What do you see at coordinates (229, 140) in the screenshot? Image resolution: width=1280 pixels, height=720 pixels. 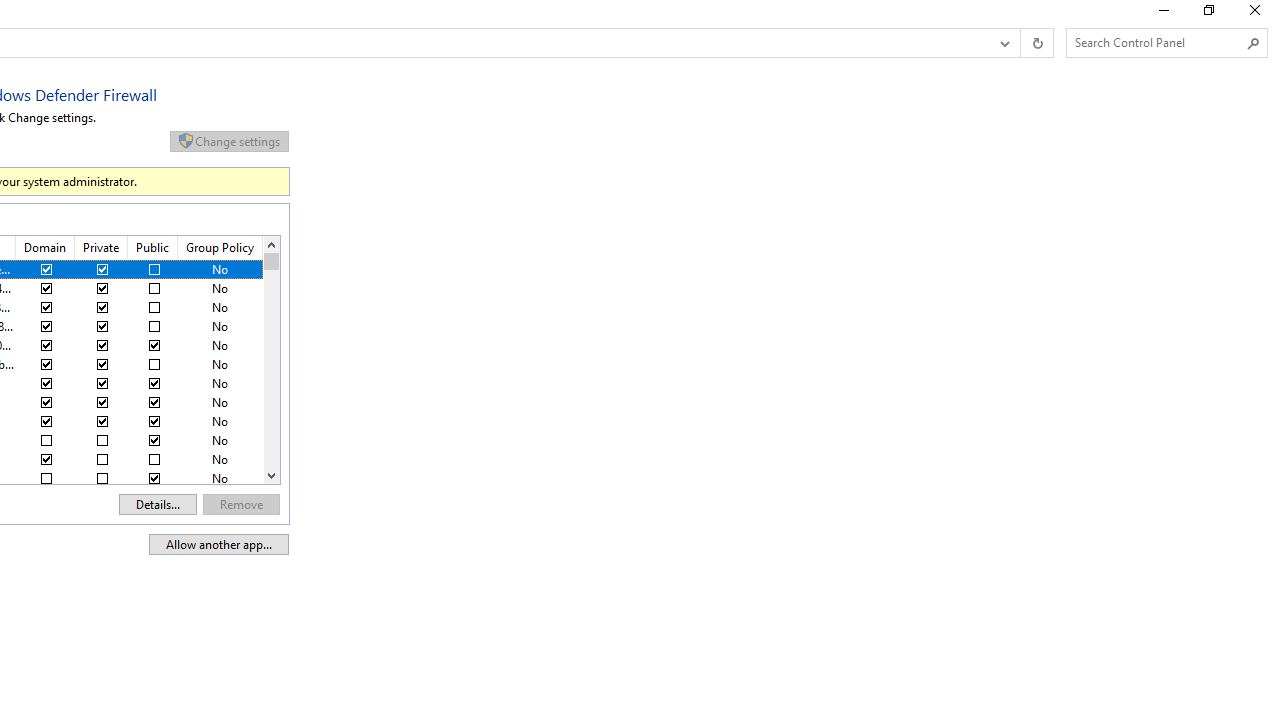 I see `'Change settings'` at bounding box center [229, 140].